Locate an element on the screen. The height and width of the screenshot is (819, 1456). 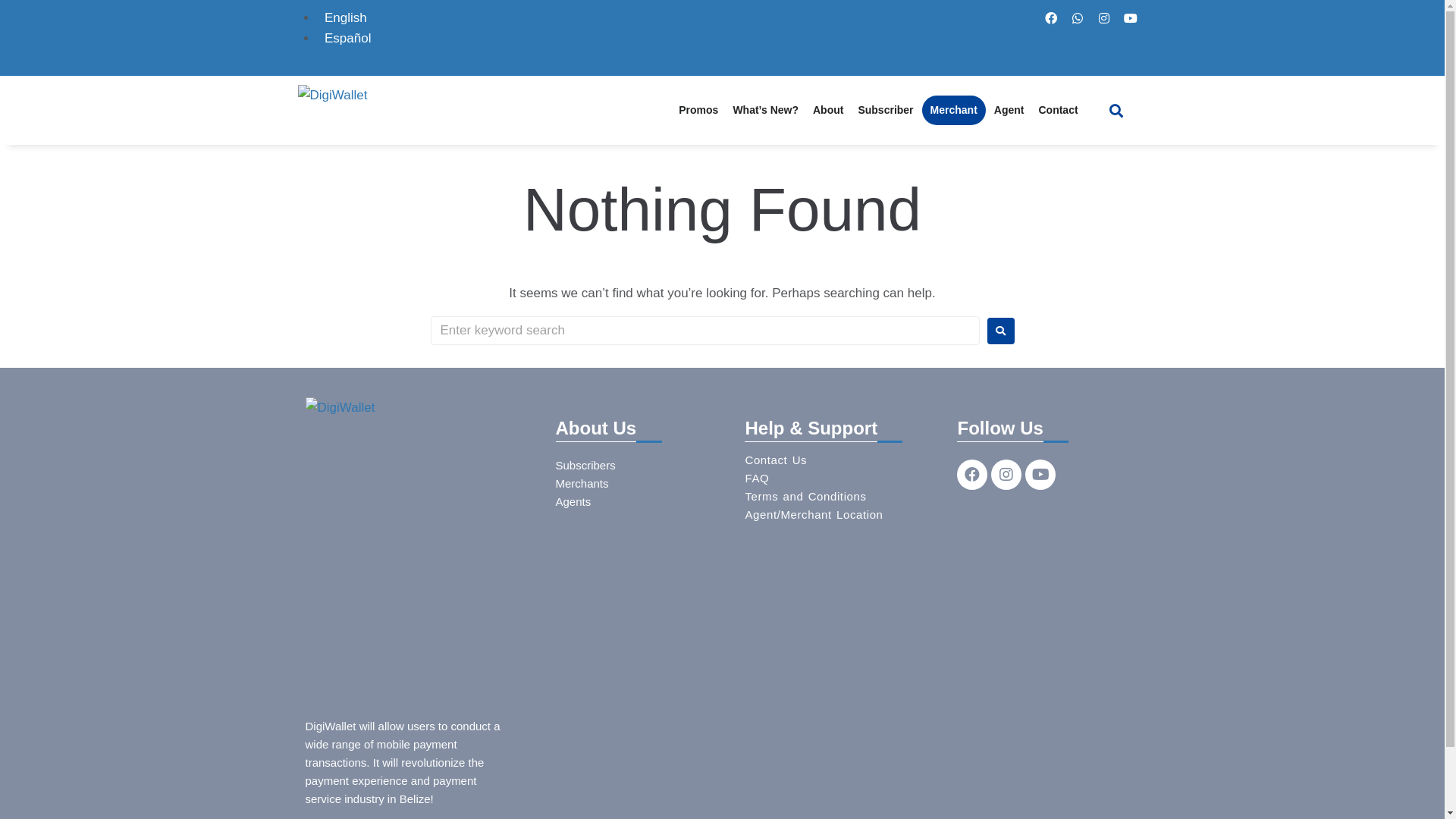
'Contact' is located at coordinates (1057, 109).